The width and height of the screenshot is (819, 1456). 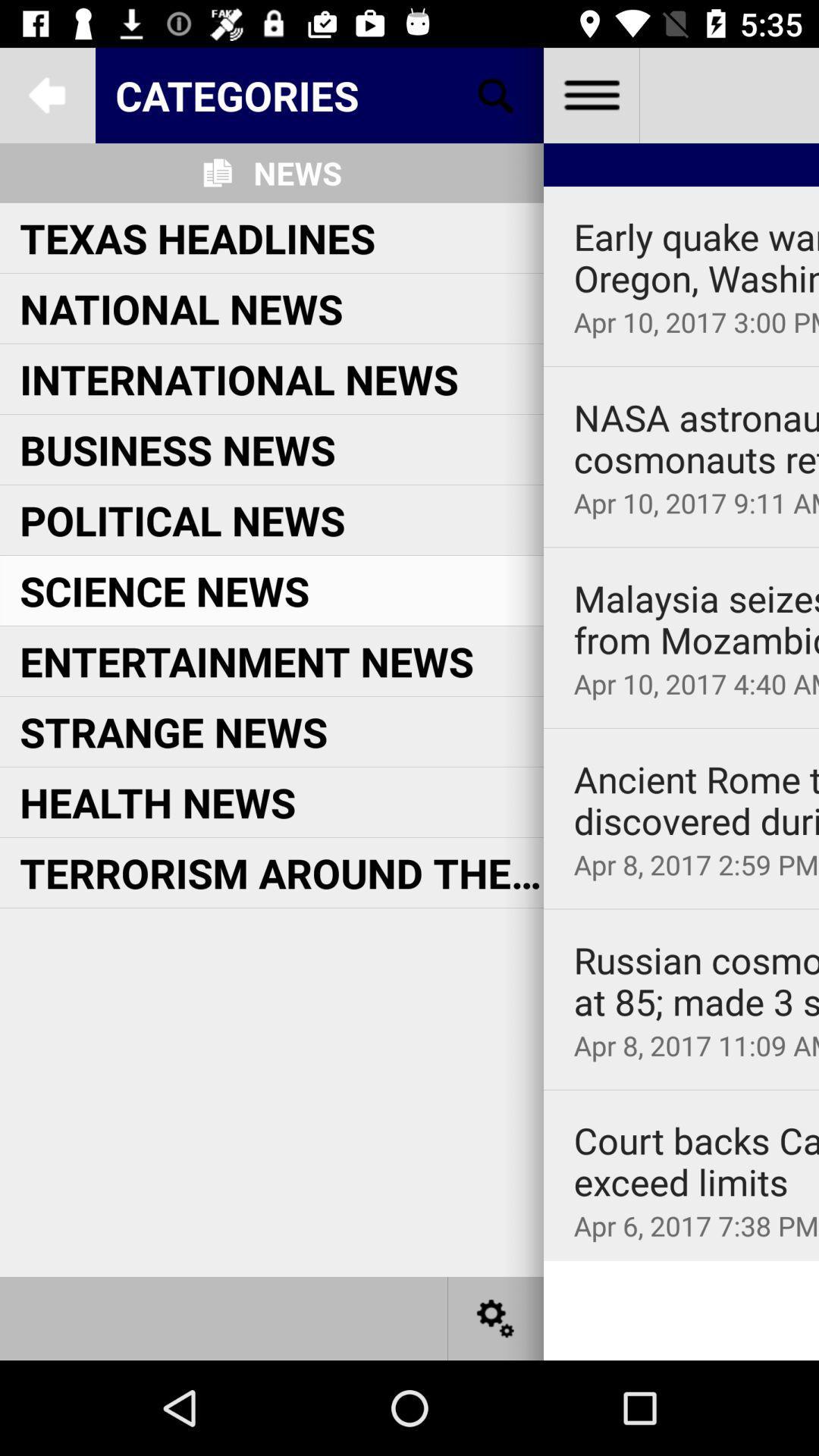 What do you see at coordinates (181, 519) in the screenshot?
I see `the item above science news icon` at bounding box center [181, 519].